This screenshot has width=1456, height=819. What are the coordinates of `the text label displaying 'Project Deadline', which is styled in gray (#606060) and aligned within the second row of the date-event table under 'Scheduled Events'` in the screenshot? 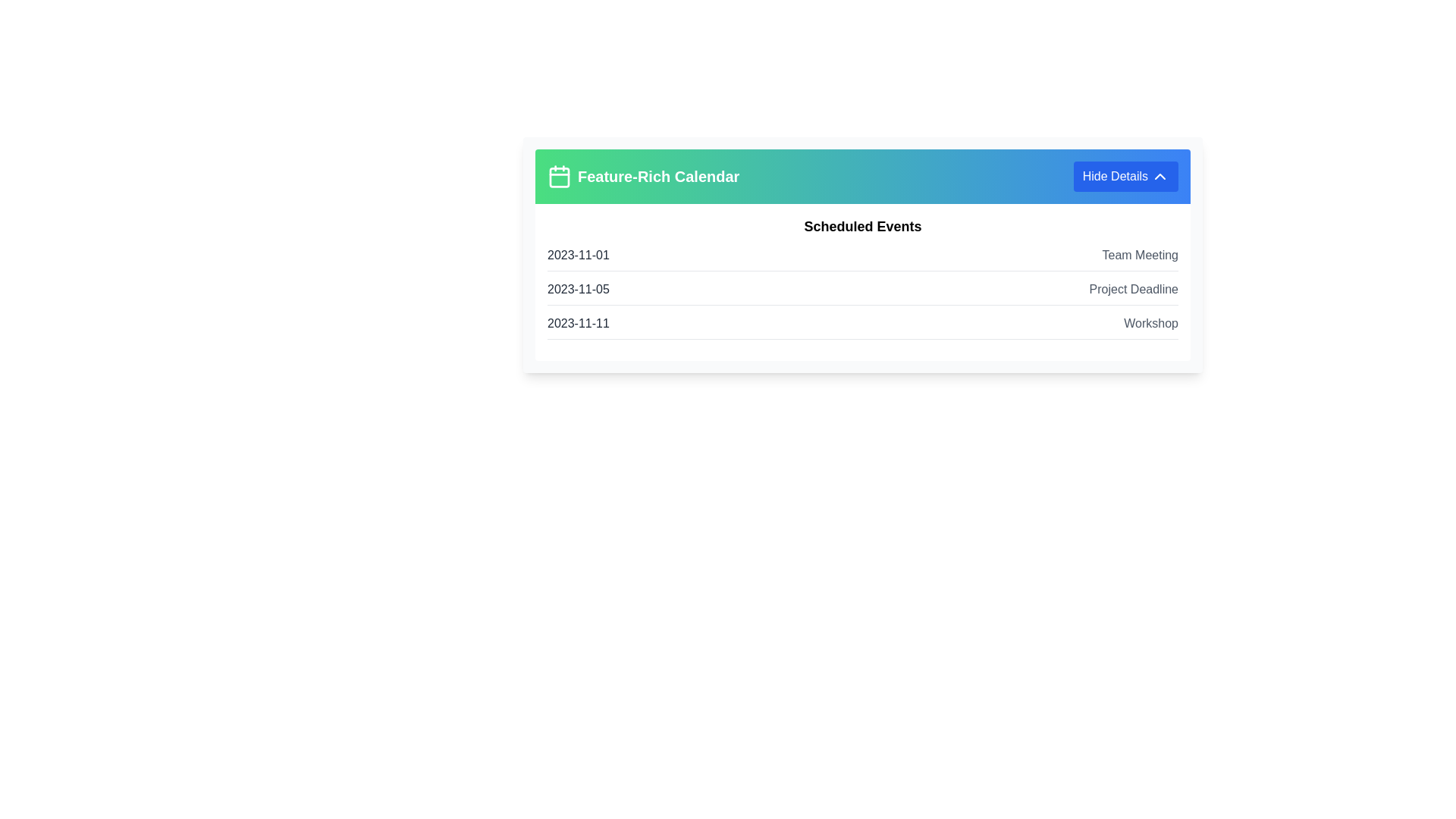 It's located at (1134, 289).